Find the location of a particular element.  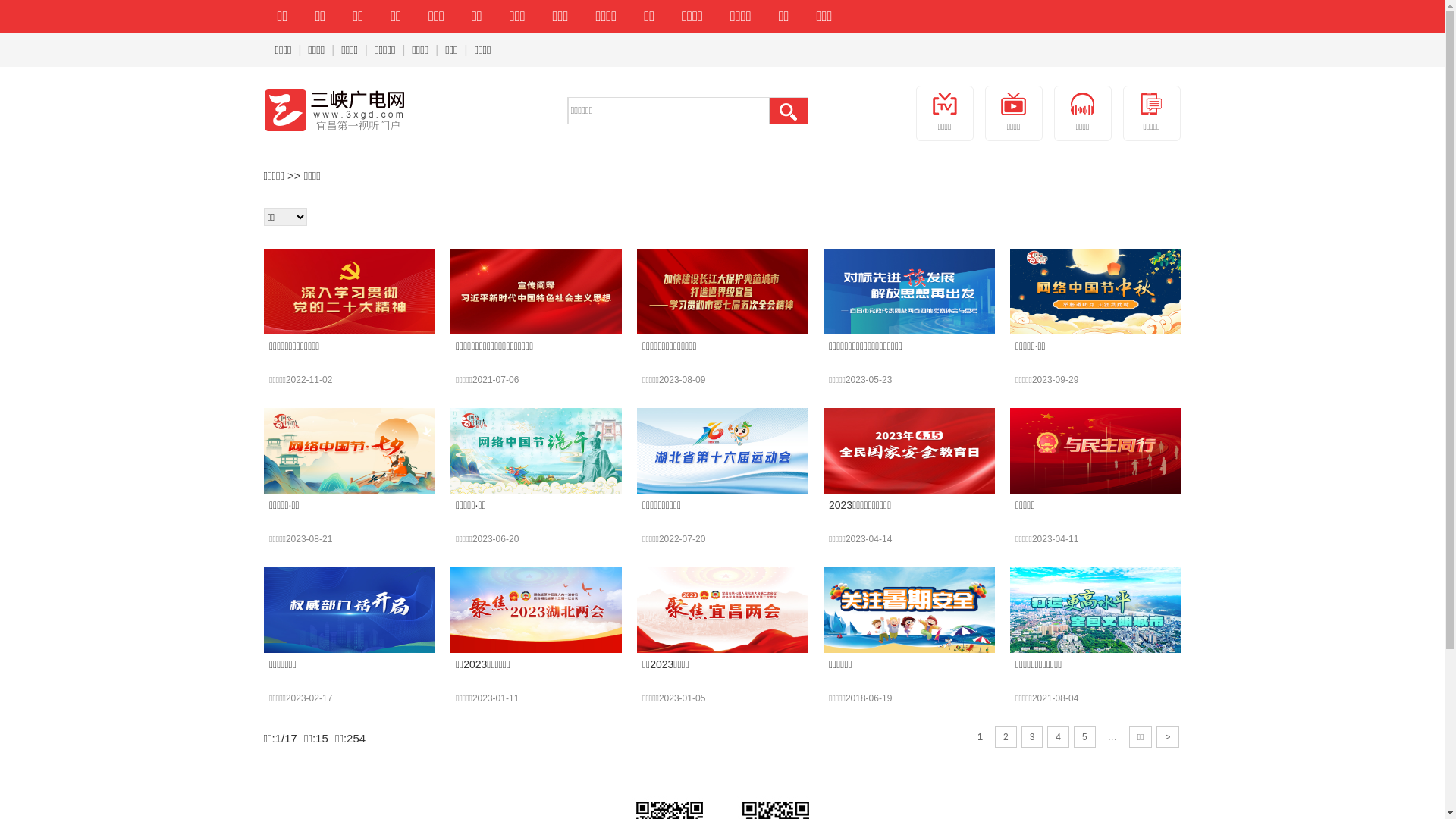

'3' is located at coordinates (1031, 736).